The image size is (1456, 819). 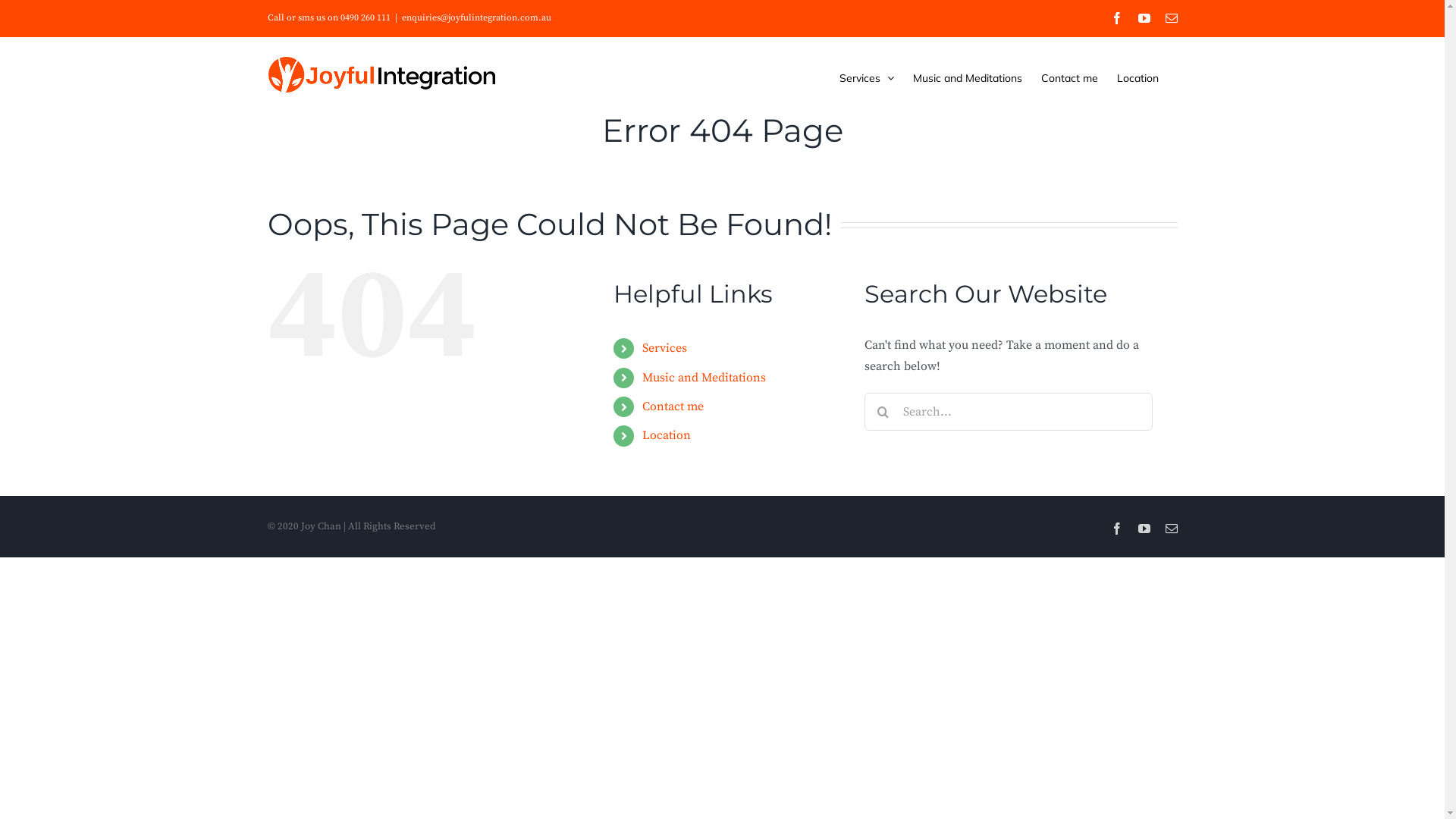 What do you see at coordinates (1170, 17) in the screenshot?
I see `'Email'` at bounding box center [1170, 17].